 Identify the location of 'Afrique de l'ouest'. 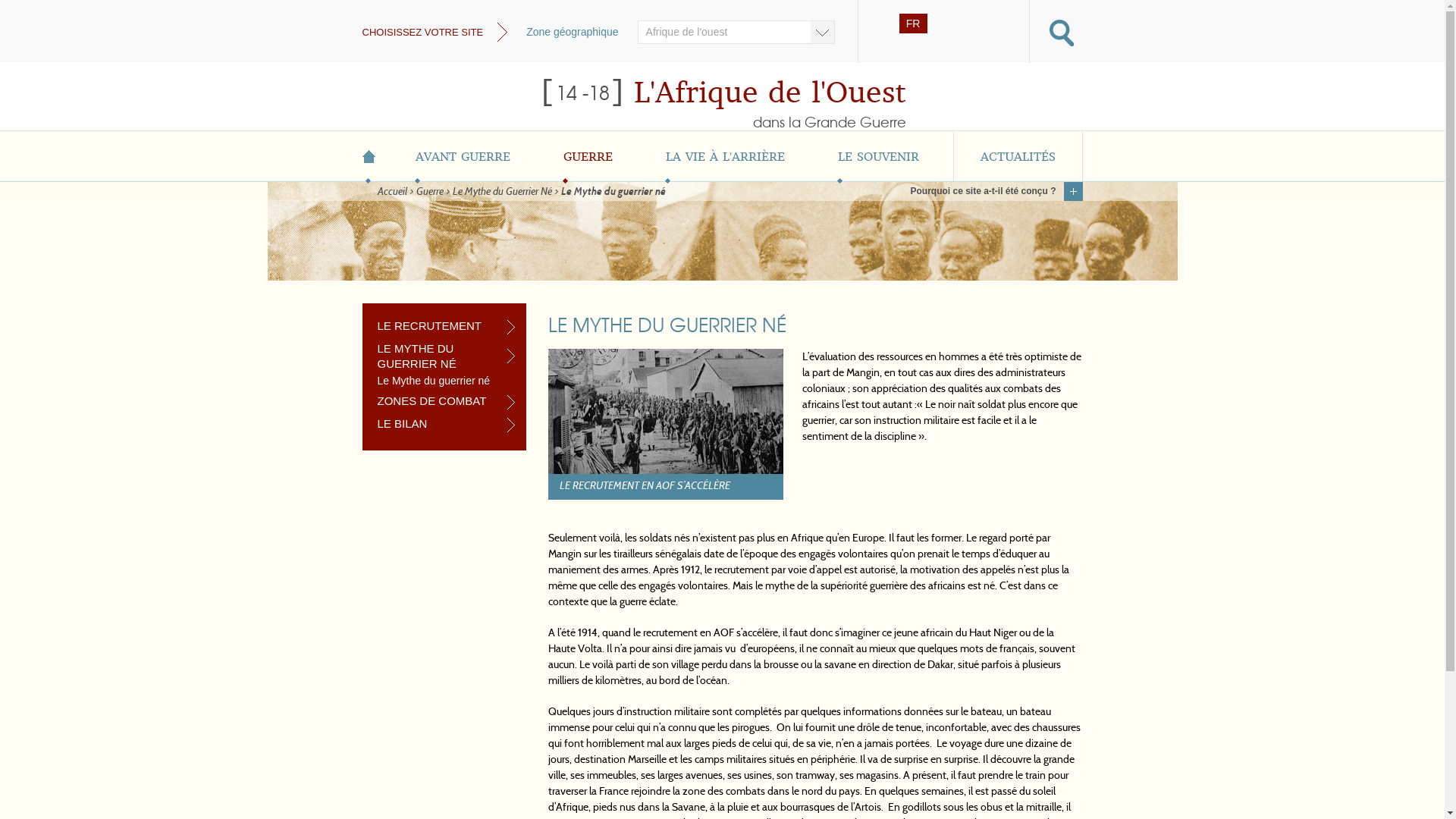
(736, 32).